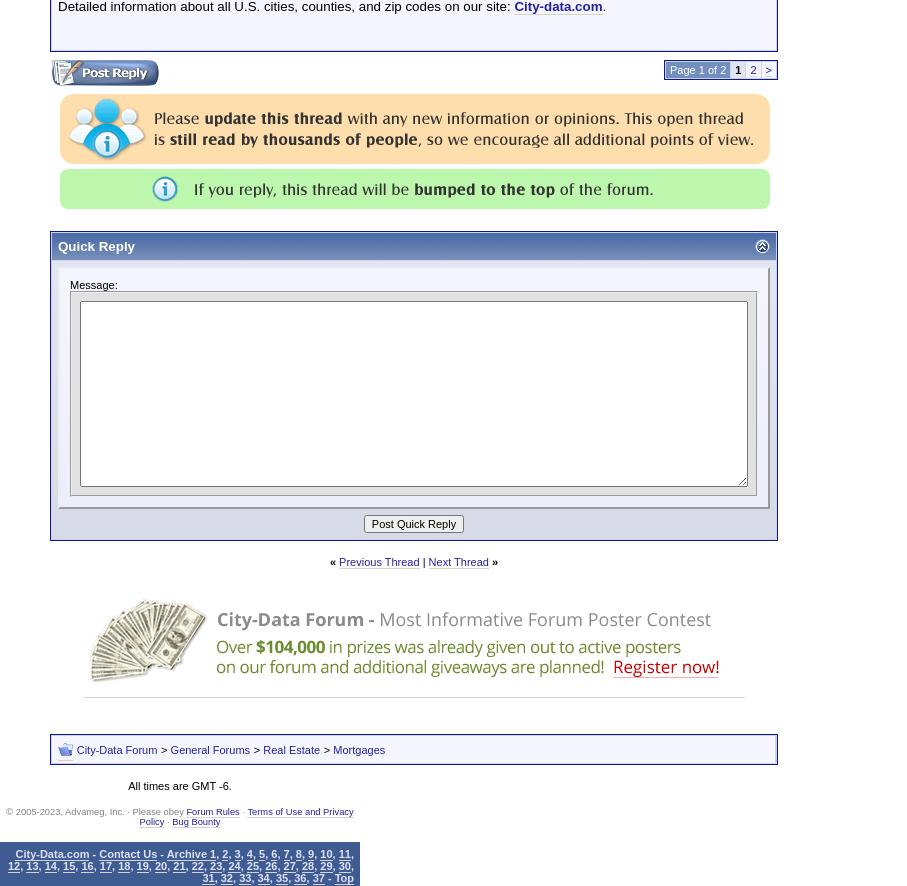 The height and width of the screenshot is (886, 907). What do you see at coordinates (284, 852) in the screenshot?
I see `'7'` at bounding box center [284, 852].